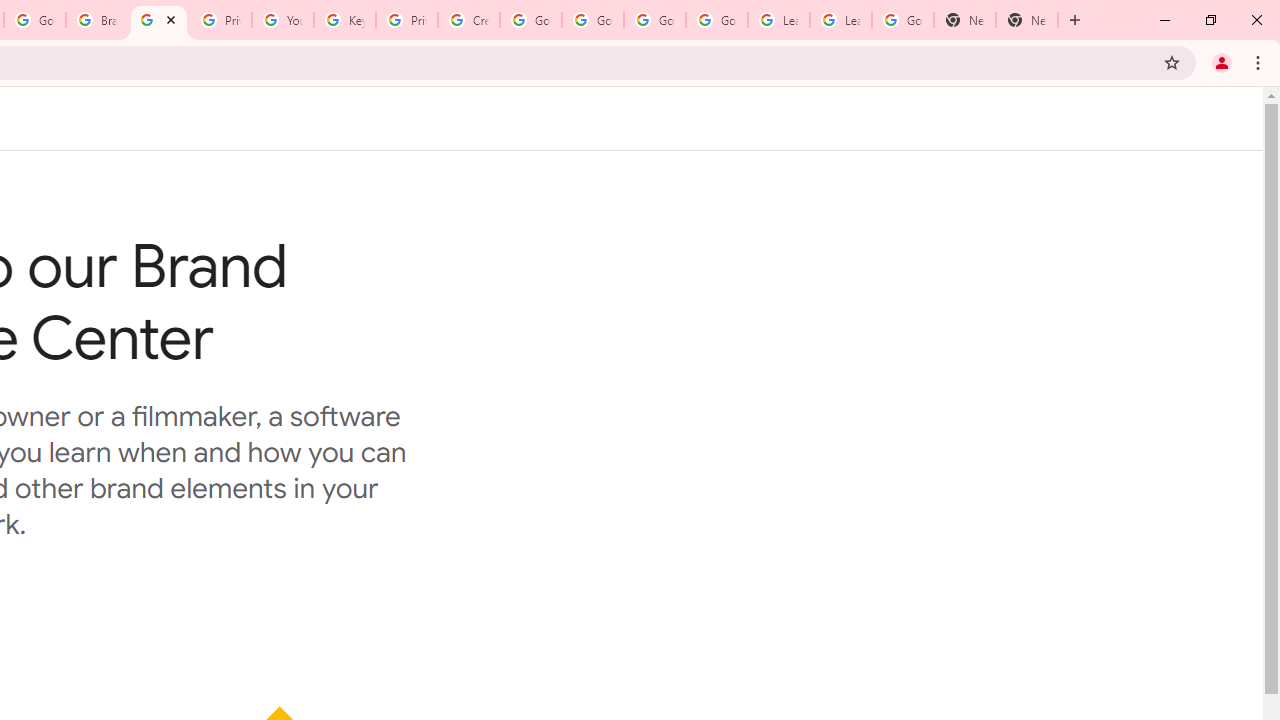  Describe the element at coordinates (468, 20) in the screenshot. I see `'Create your Google Account'` at that location.